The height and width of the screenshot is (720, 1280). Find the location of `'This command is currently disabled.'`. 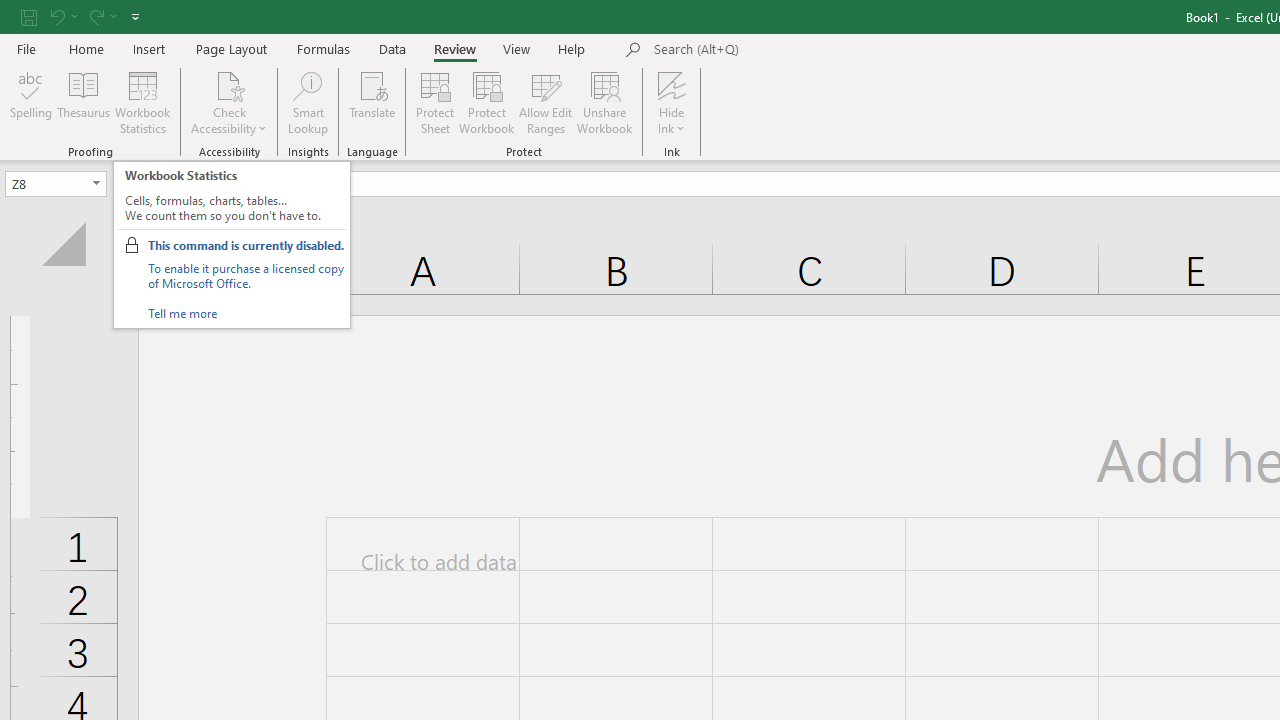

'This command is currently disabled.' is located at coordinates (244, 244).